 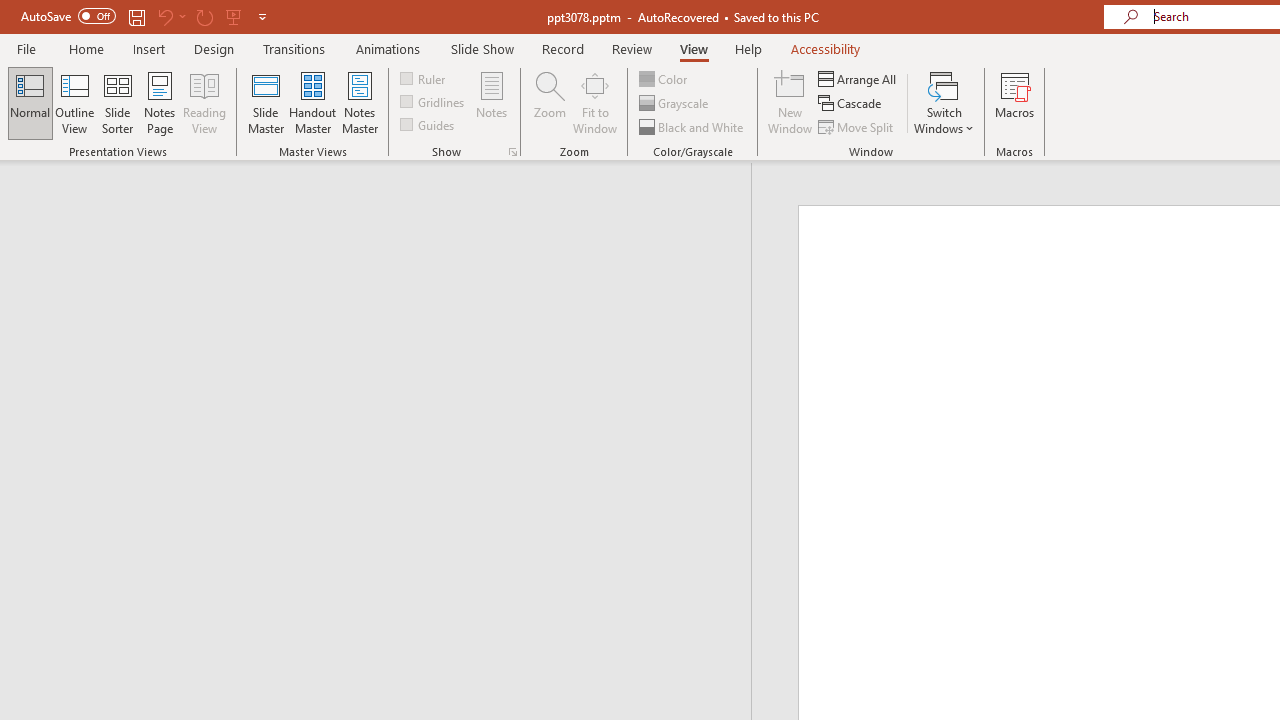 What do you see at coordinates (549, 103) in the screenshot?
I see `'Zoom...'` at bounding box center [549, 103].